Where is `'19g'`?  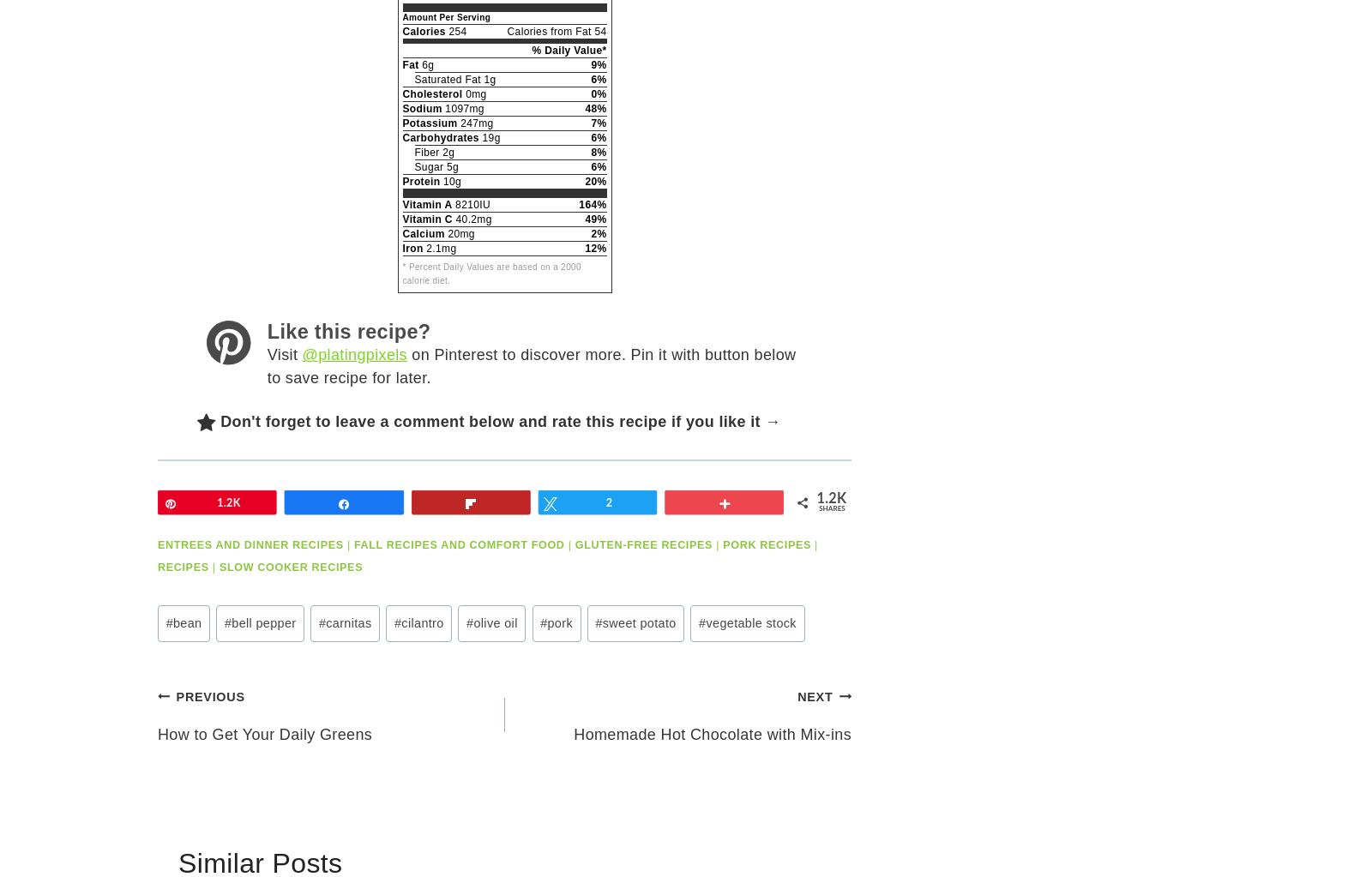 '19g' is located at coordinates (488, 138).